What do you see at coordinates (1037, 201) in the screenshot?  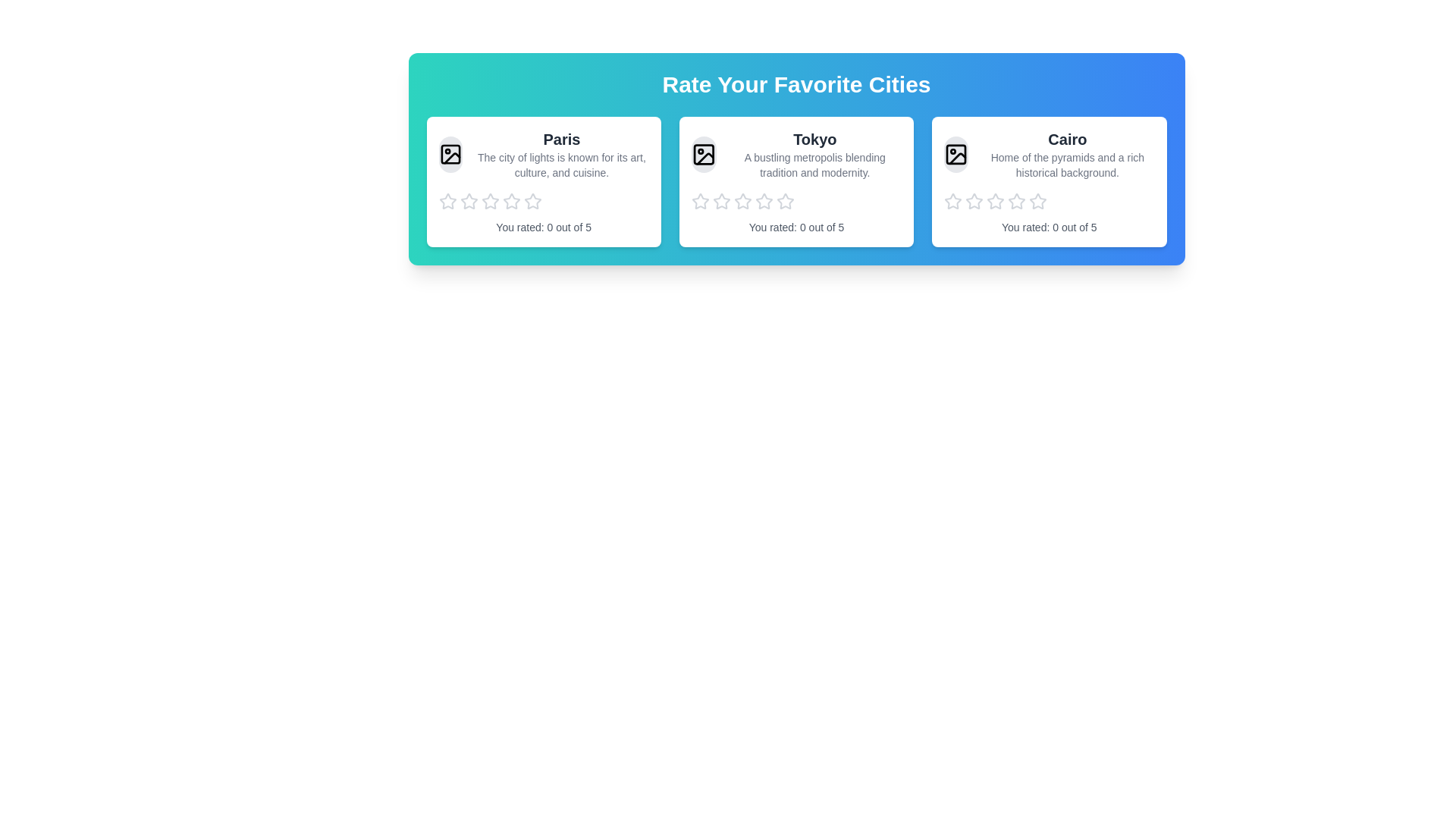 I see `the fifth star icon in the 'Cairo' rating card` at bounding box center [1037, 201].